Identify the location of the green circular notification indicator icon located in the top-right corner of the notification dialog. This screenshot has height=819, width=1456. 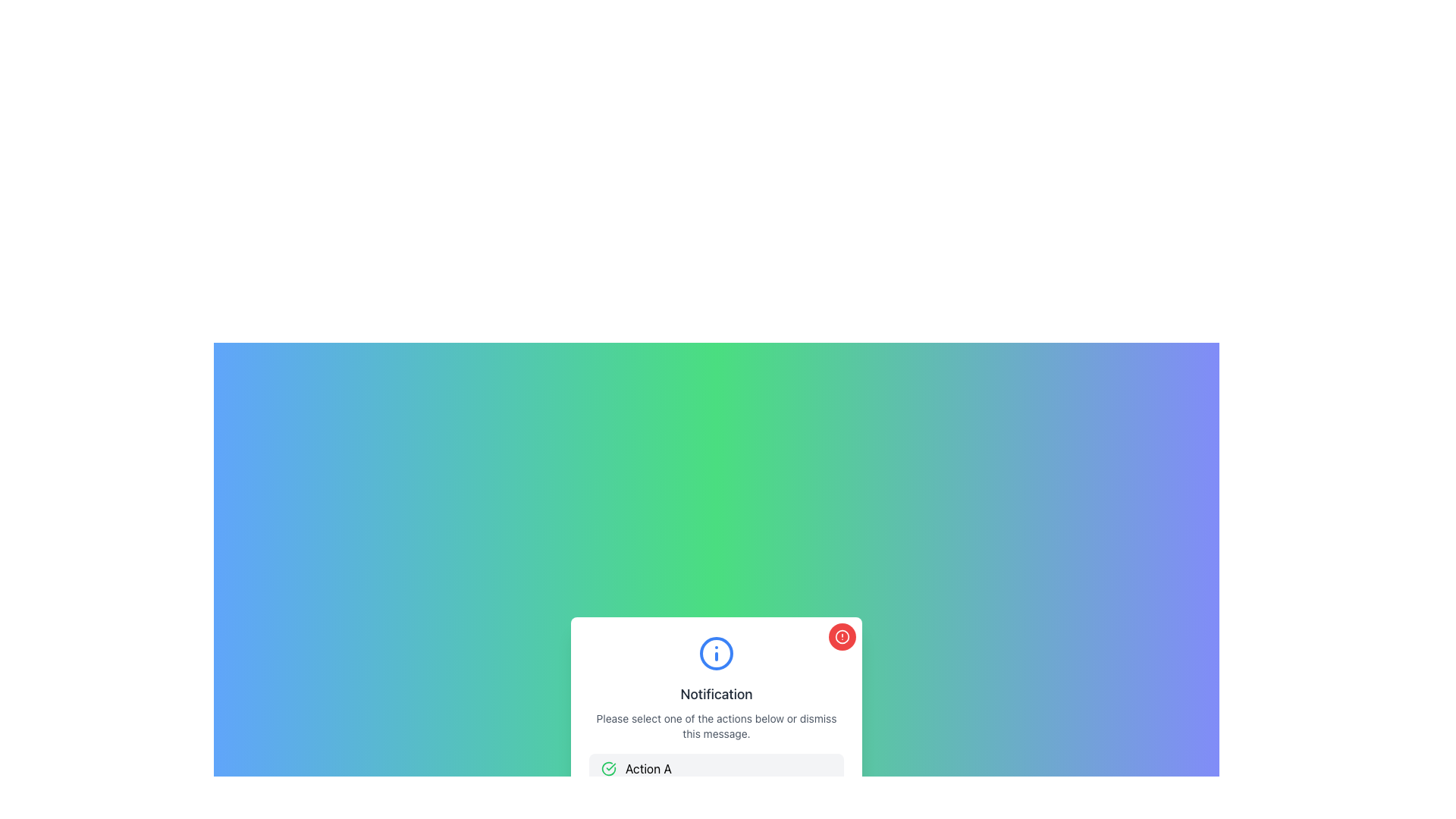
(608, 769).